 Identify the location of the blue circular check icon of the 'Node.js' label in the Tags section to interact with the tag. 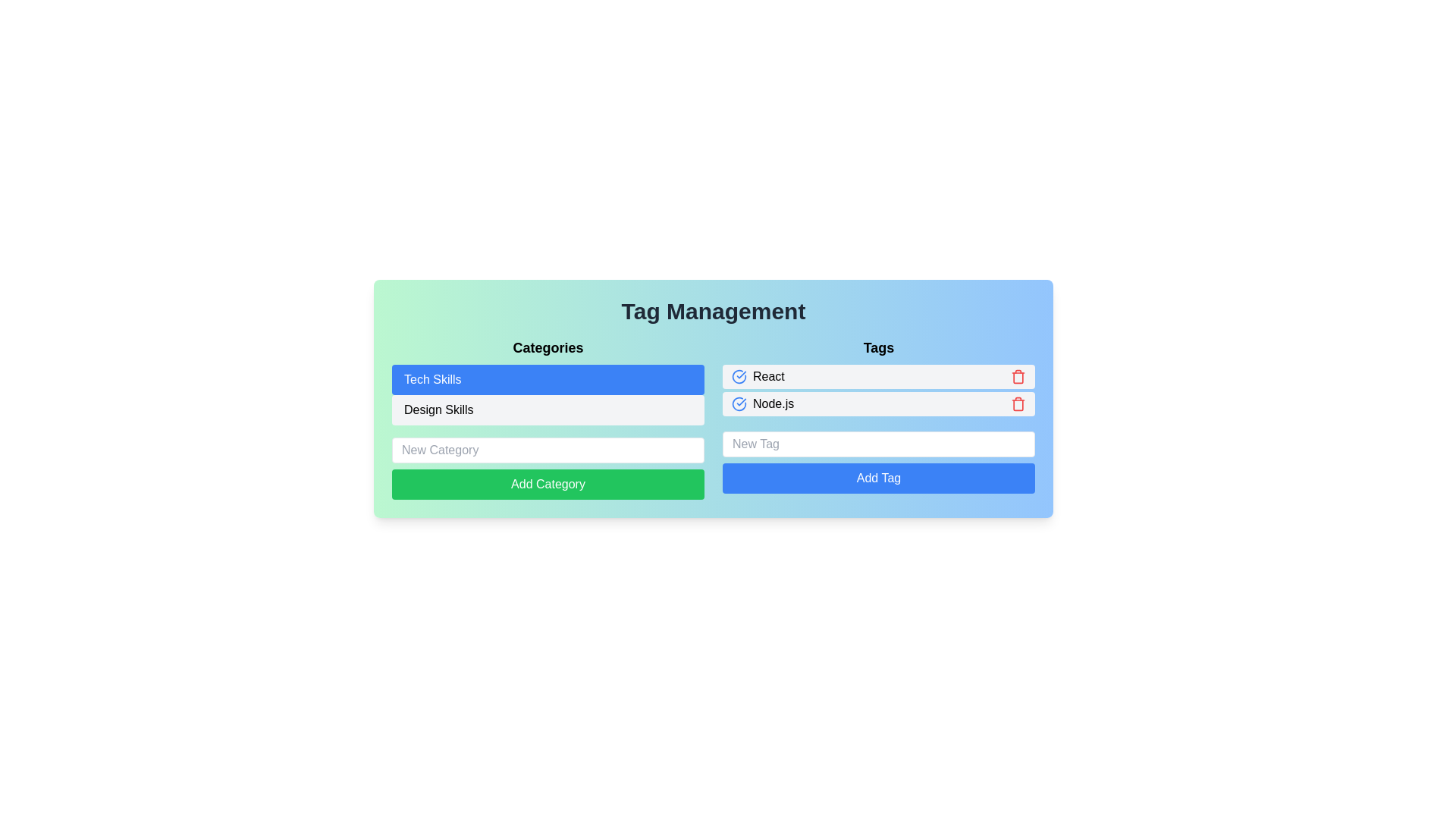
(763, 403).